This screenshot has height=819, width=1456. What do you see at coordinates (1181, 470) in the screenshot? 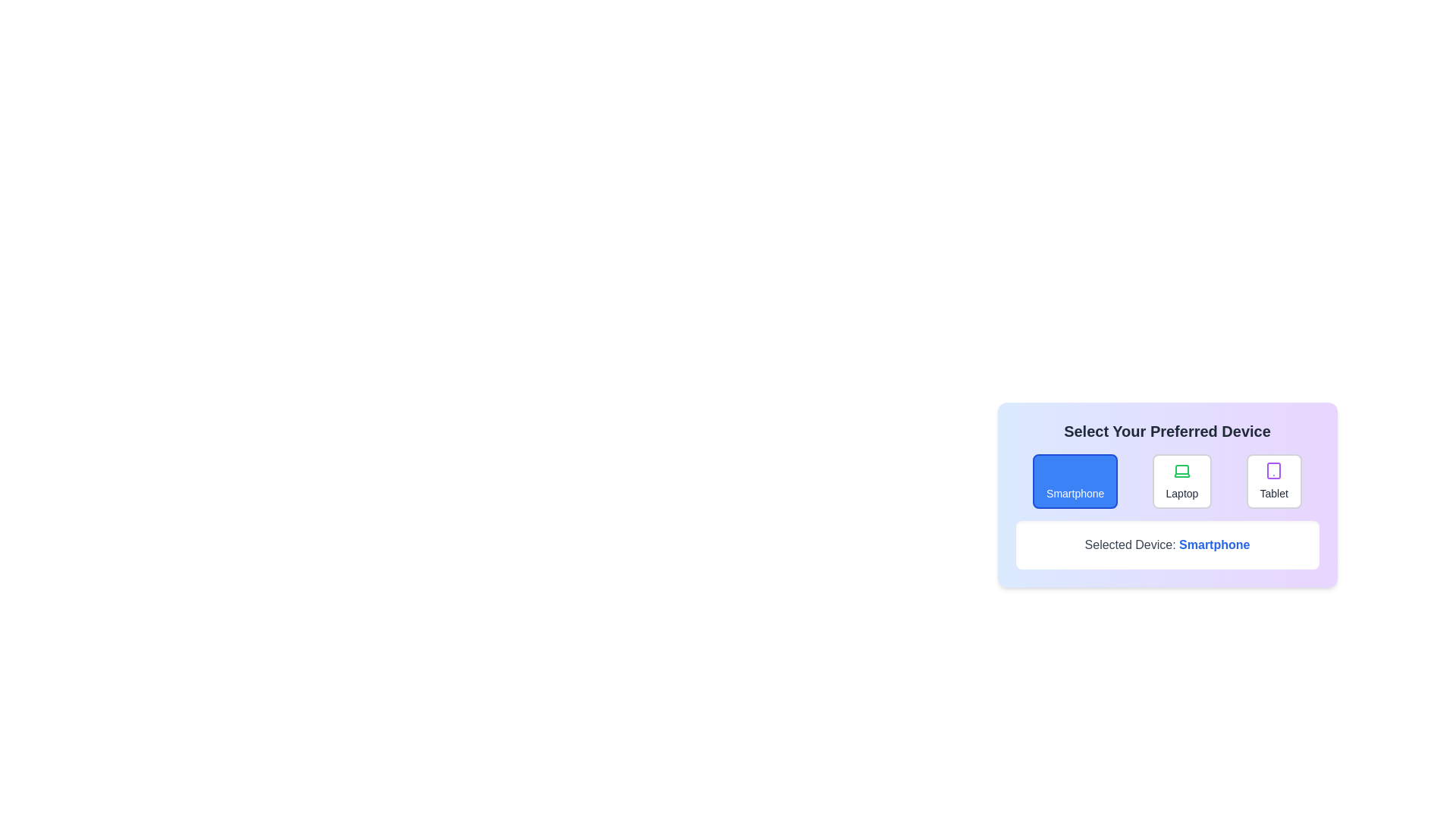
I see `the laptop icon, which is a small green outline icon located within the button labeled 'Laptop' in the 'Select Your Preferred Device' section` at bounding box center [1181, 470].